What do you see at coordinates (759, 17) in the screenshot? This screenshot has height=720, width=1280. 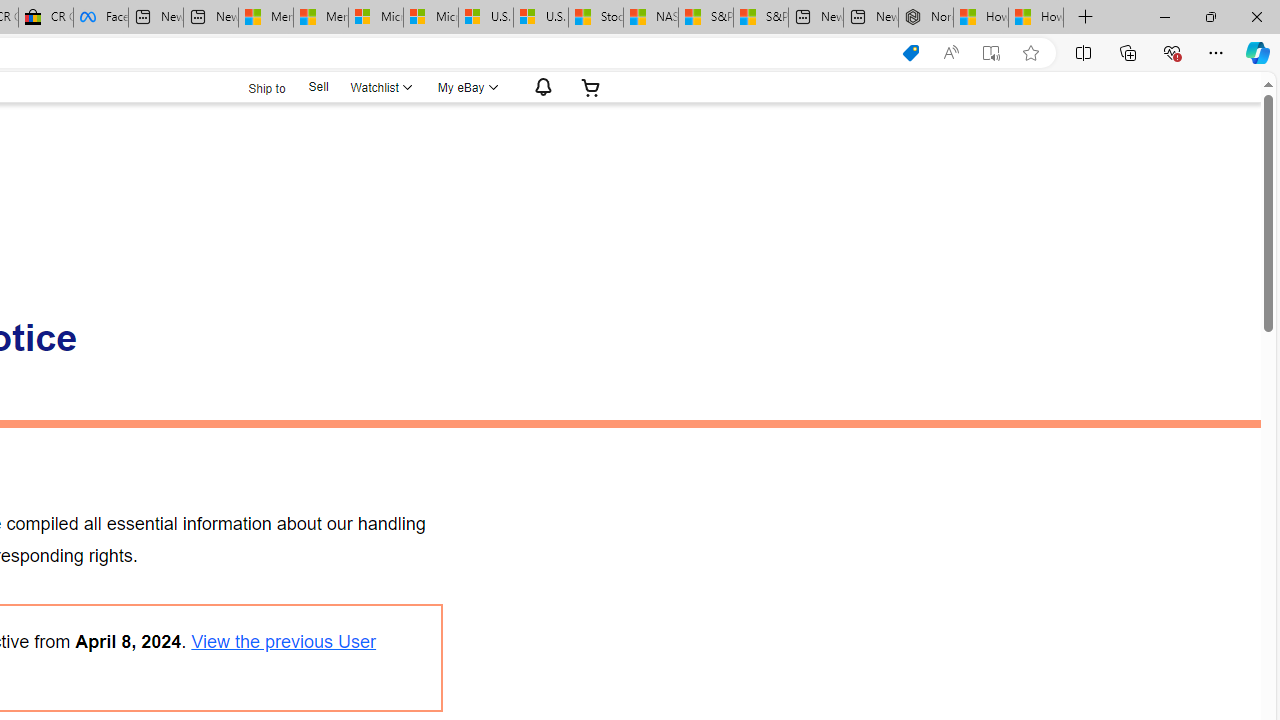 I see `'S&P 500, Nasdaq end lower, weighed by Nvidia dip | Watch'` at bounding box center [759, 17].